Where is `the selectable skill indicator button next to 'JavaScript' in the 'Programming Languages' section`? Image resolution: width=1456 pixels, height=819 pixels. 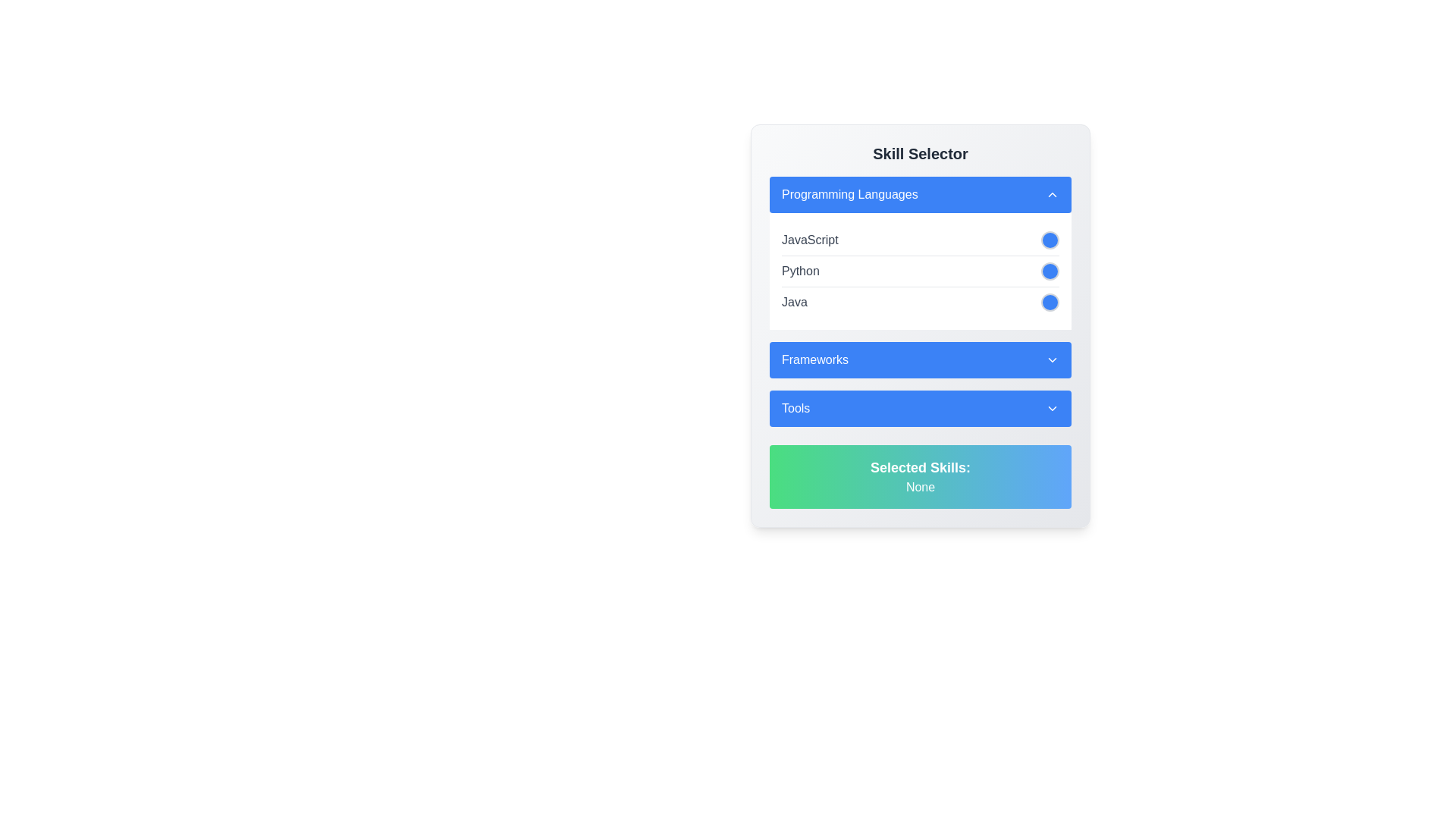 the selectable skill indicator button next to 'JavaScript' in the 'Programming Languages' section is located at coordinates (1050, 239).